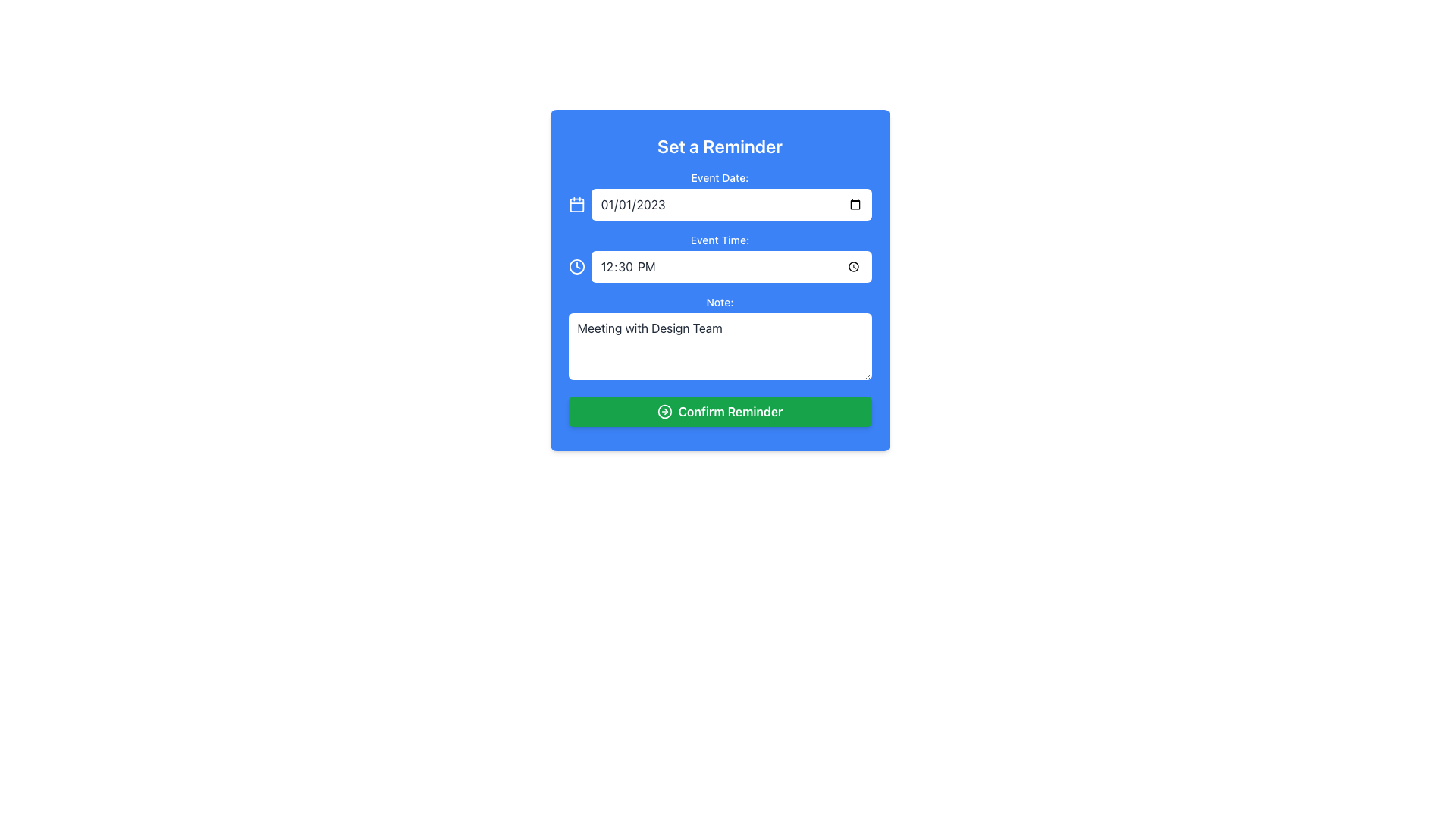  Describe the element at coordinates (576, 205) in the screenshot. I see `the calendar icon styled with a modern aesthetic, located within the 'Event Date' group adjacent to the date input field` at that location.